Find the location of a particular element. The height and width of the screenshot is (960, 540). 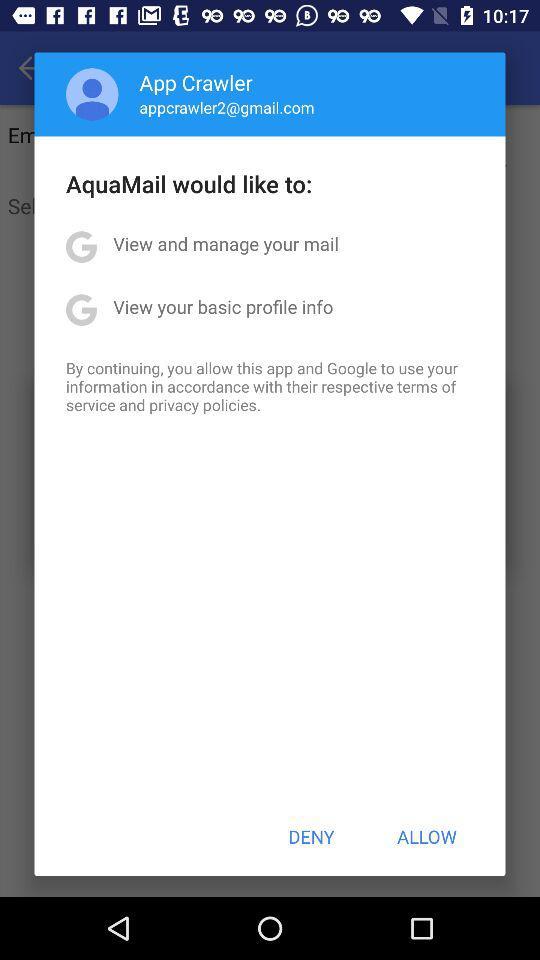

view and manage is located at coordinates (225, 242).